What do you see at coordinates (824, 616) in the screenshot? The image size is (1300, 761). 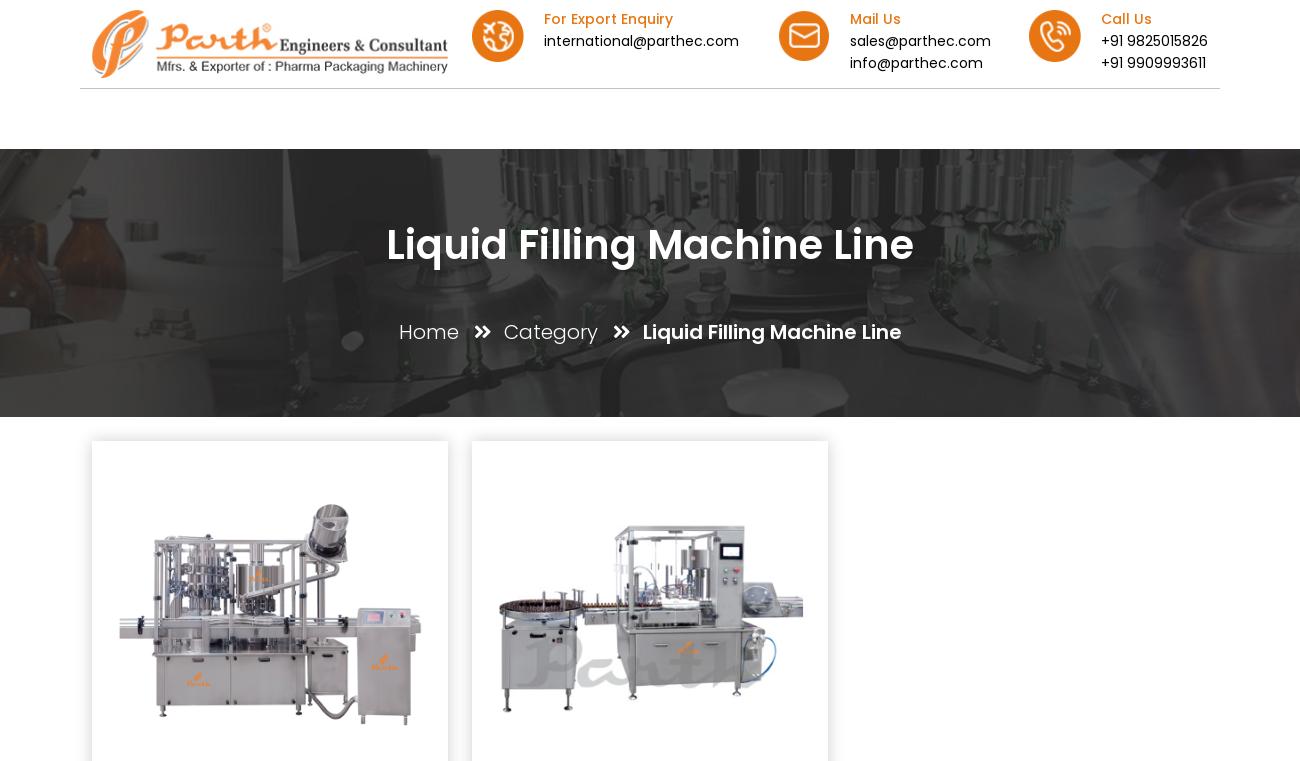 I see `'+91-9825015826'` at bounding box center [824, 616].